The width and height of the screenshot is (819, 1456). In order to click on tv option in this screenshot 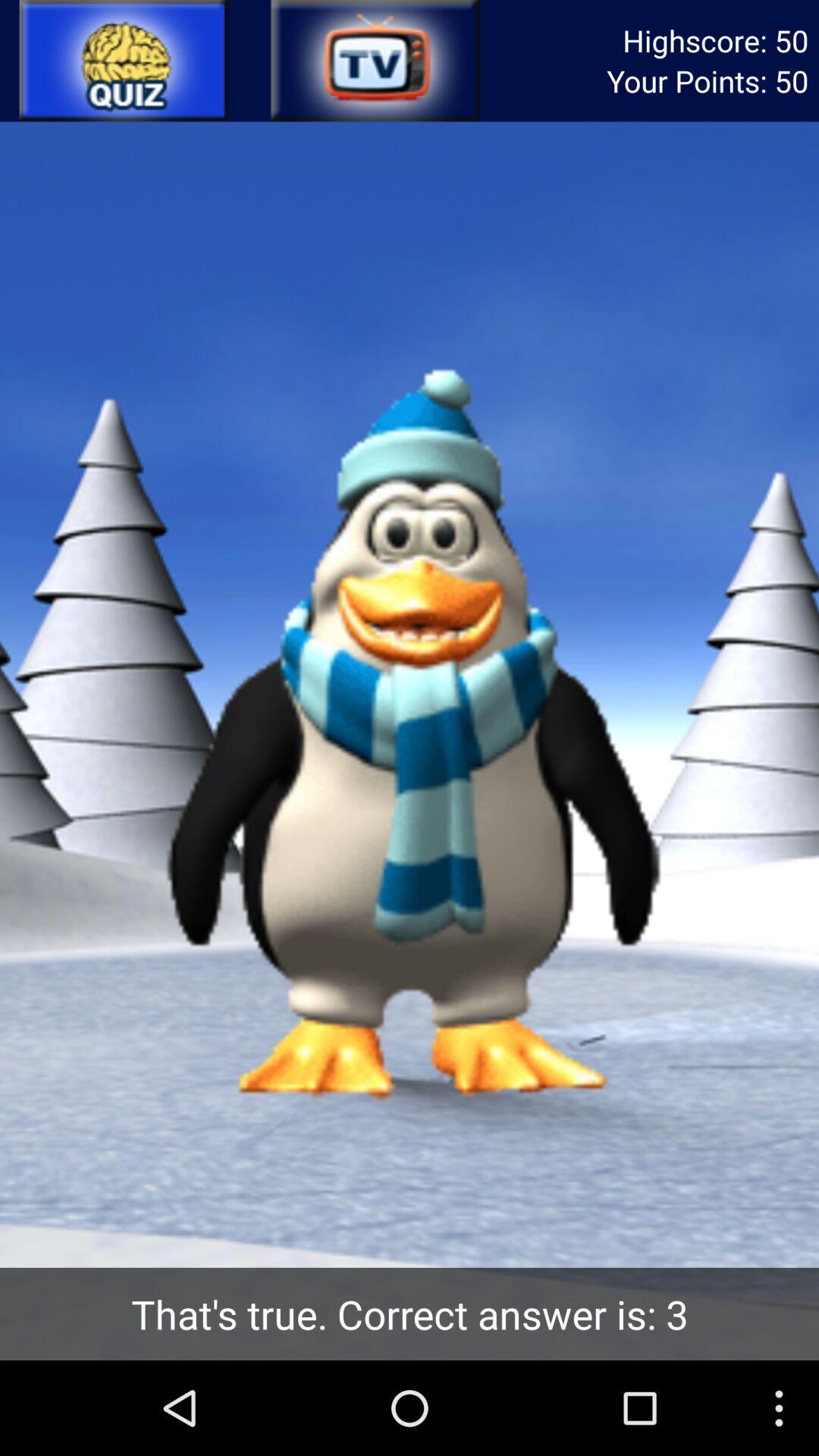, I will do `click(374, 61)`.